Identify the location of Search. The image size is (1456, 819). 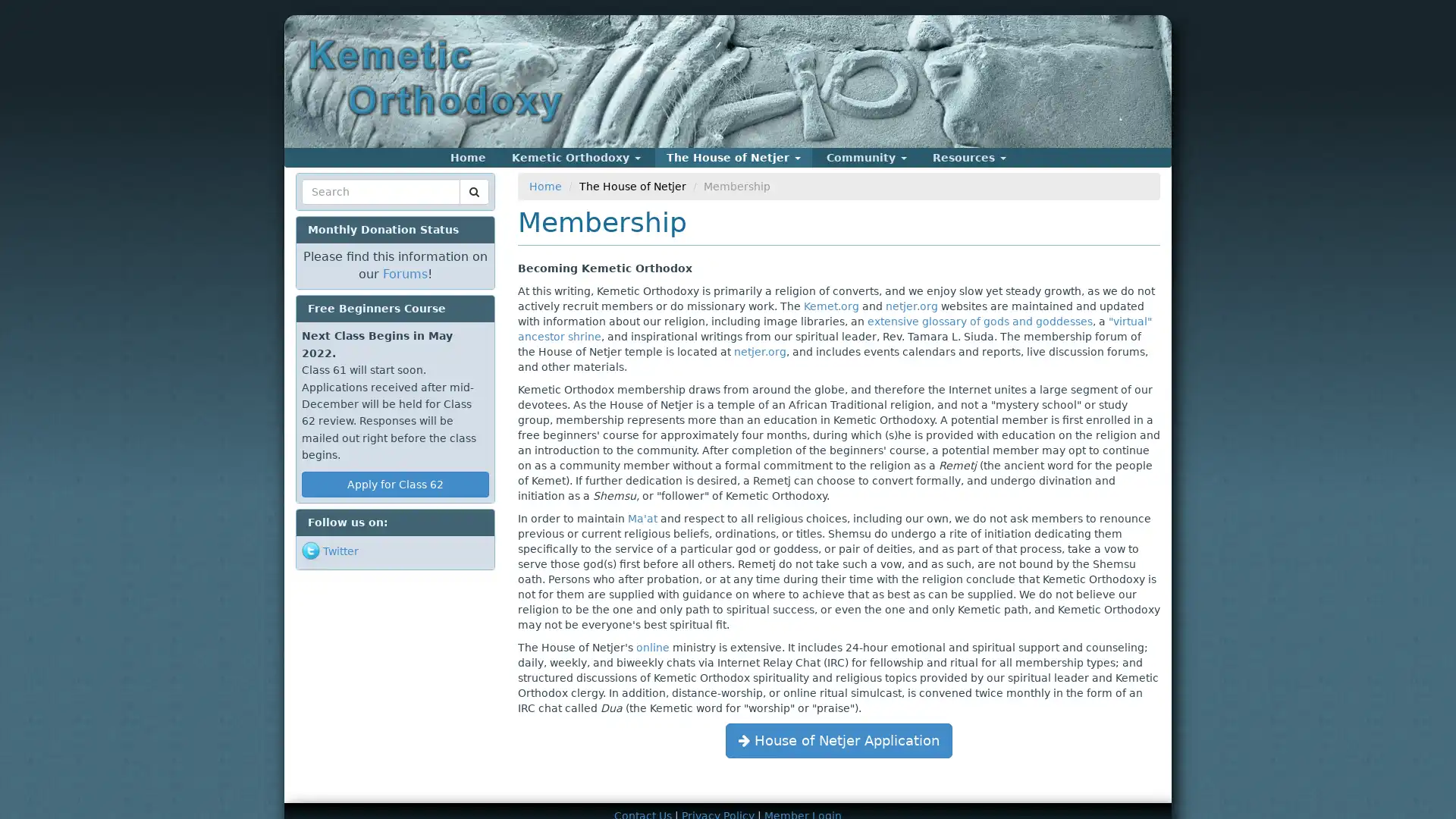
(330, 210).